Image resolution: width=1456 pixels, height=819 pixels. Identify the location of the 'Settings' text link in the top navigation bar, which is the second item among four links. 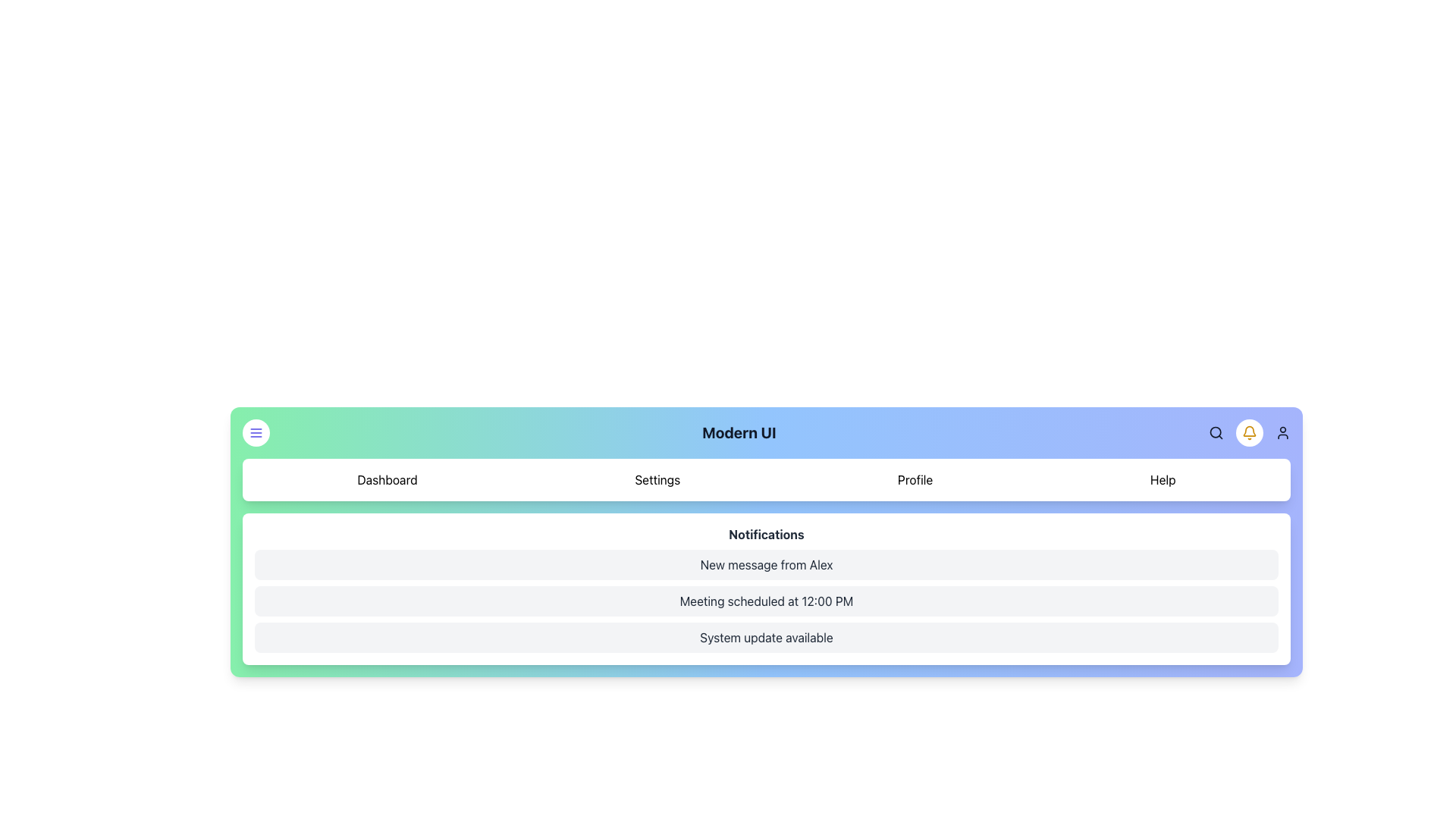
(657, 479).